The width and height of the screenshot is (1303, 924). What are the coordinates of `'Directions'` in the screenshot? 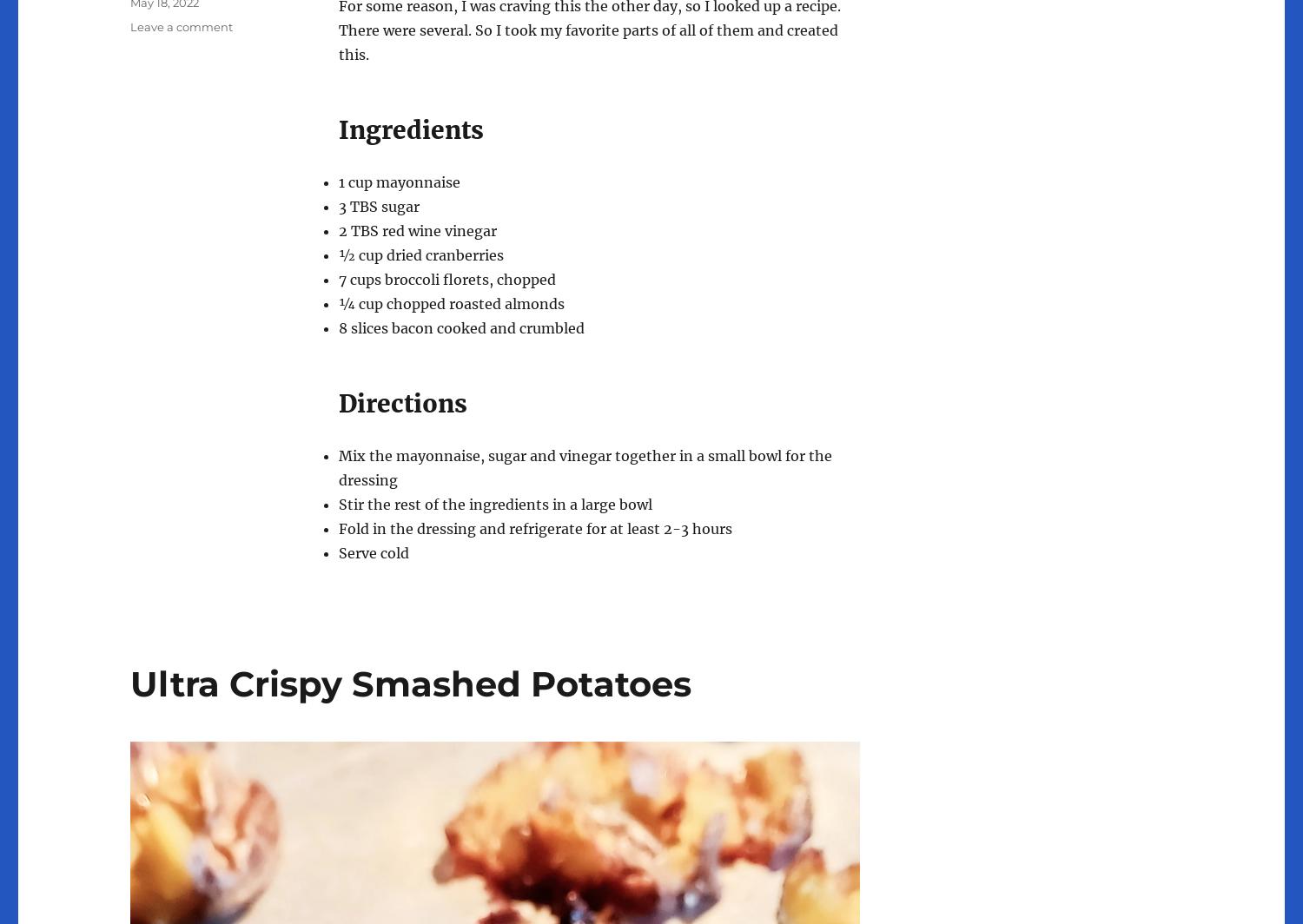 It's located at (401, 403).